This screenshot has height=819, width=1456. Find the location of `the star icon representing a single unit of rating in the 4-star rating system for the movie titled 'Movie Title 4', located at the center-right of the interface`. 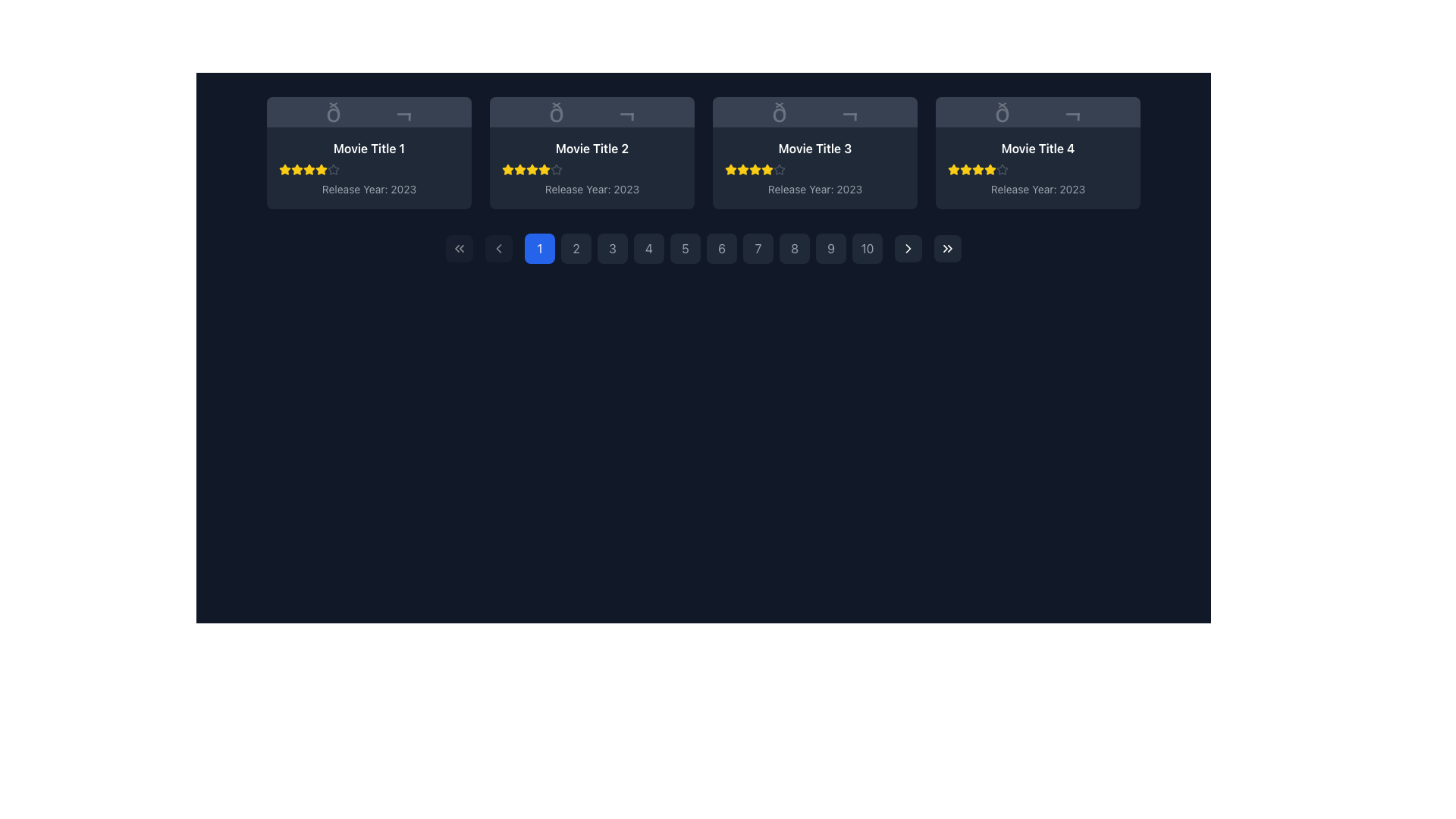

the star icon representing a single unit of rating in the 4-star rating system for the movie titled 'Movie Title 4', located at the center-right of the interface is located at coordinates (952, 169).